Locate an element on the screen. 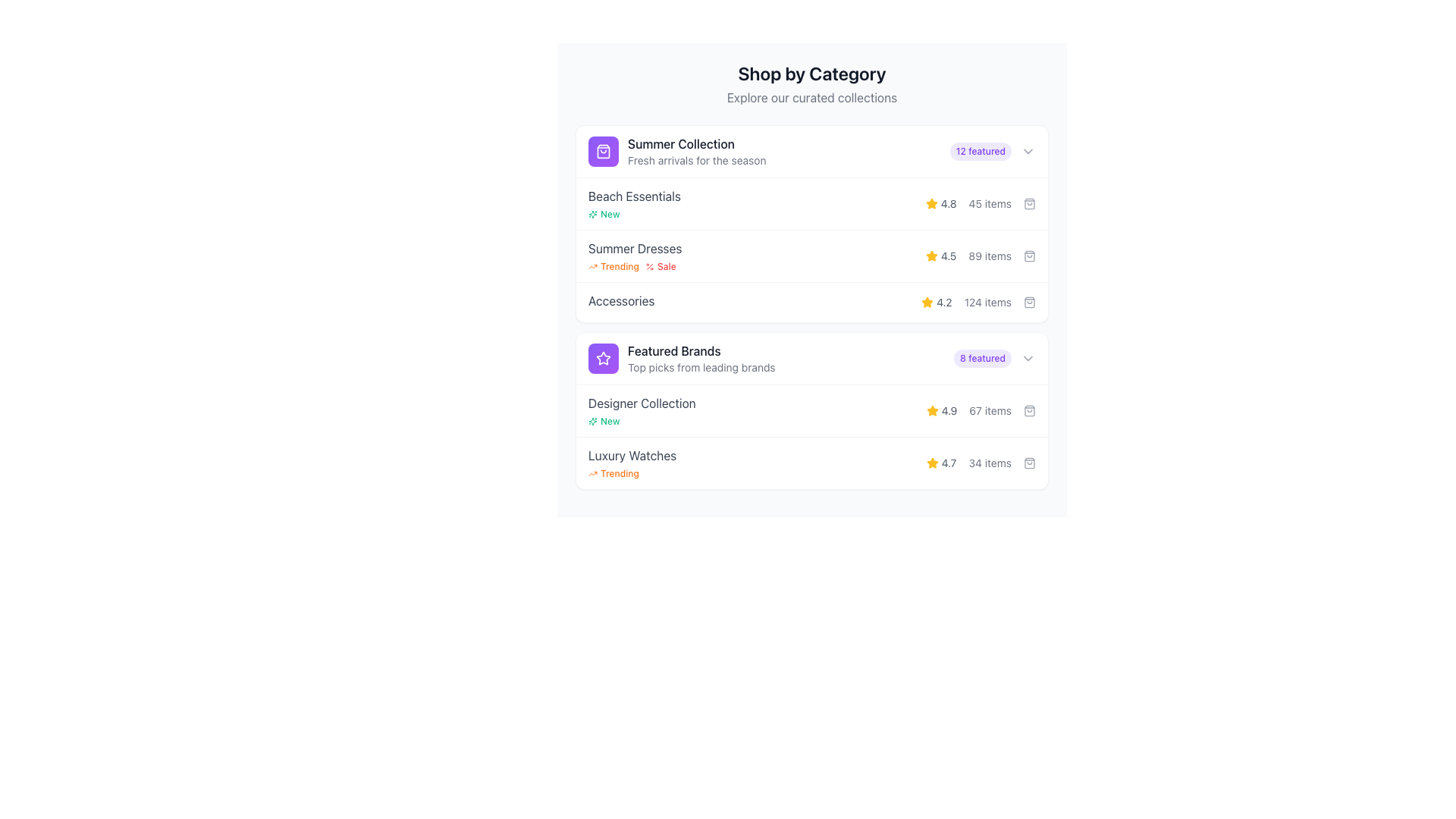 Image resolution: width=1456 pixels, height=819 pixels. the icon representing the 'Summer Collection' category, located next to the text 'Summer Collection' and 'Fresh arrivals for the season' is located at coordinates (603, 152).